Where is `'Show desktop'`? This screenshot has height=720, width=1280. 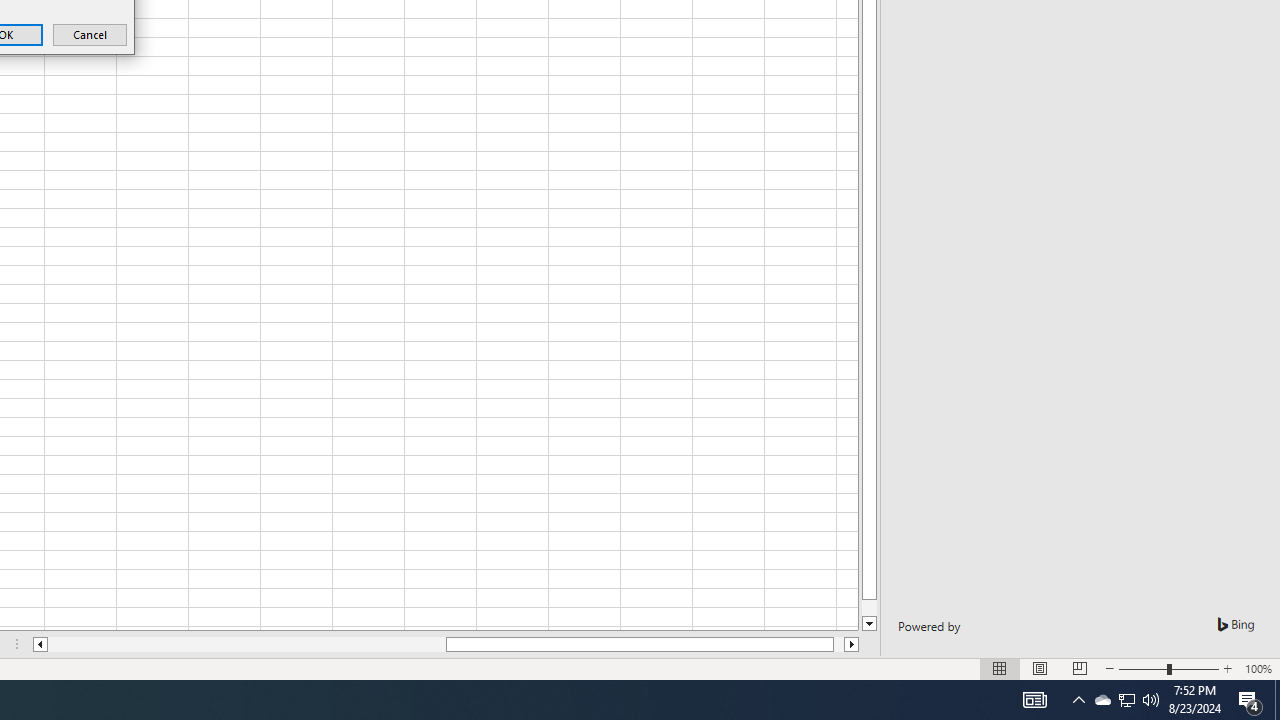 'Show desktop' is located at coordinates (1250, 698).